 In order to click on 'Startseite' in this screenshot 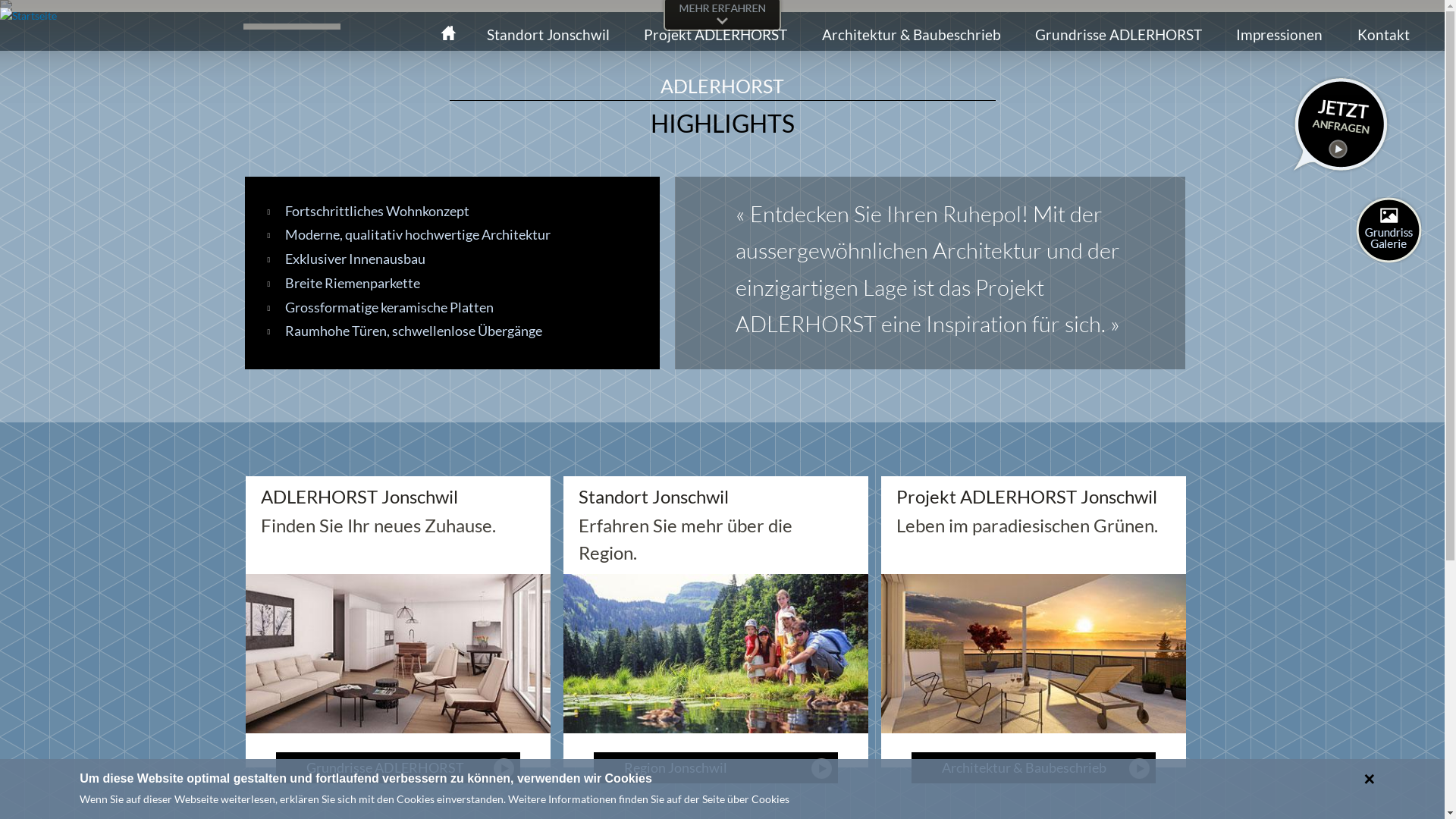, I will do `click(28, 15)`.